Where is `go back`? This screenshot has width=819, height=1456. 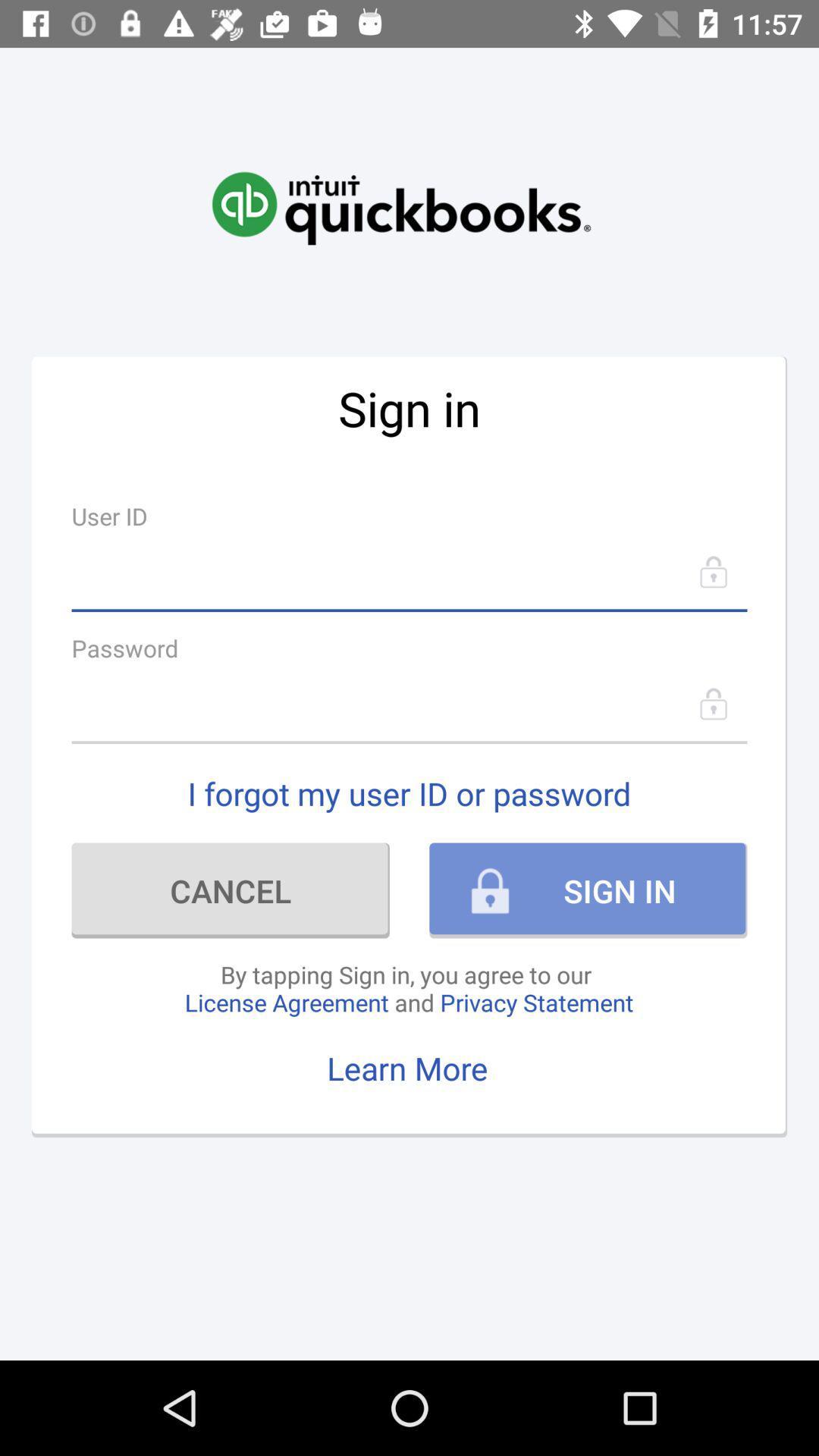 go back is located at coordinates (409, 703).